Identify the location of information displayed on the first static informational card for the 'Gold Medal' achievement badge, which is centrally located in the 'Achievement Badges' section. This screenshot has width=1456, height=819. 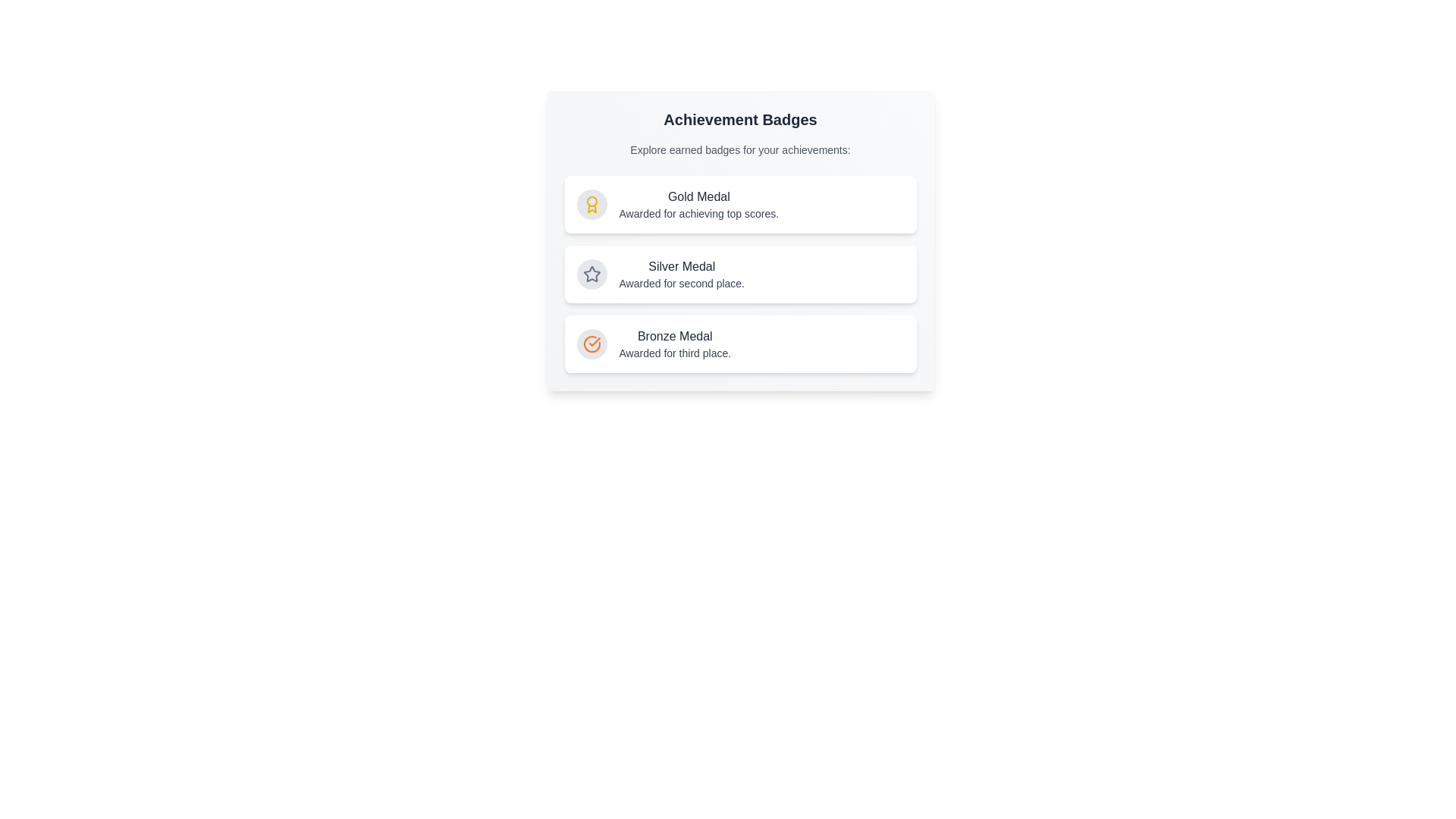
(740, 205).